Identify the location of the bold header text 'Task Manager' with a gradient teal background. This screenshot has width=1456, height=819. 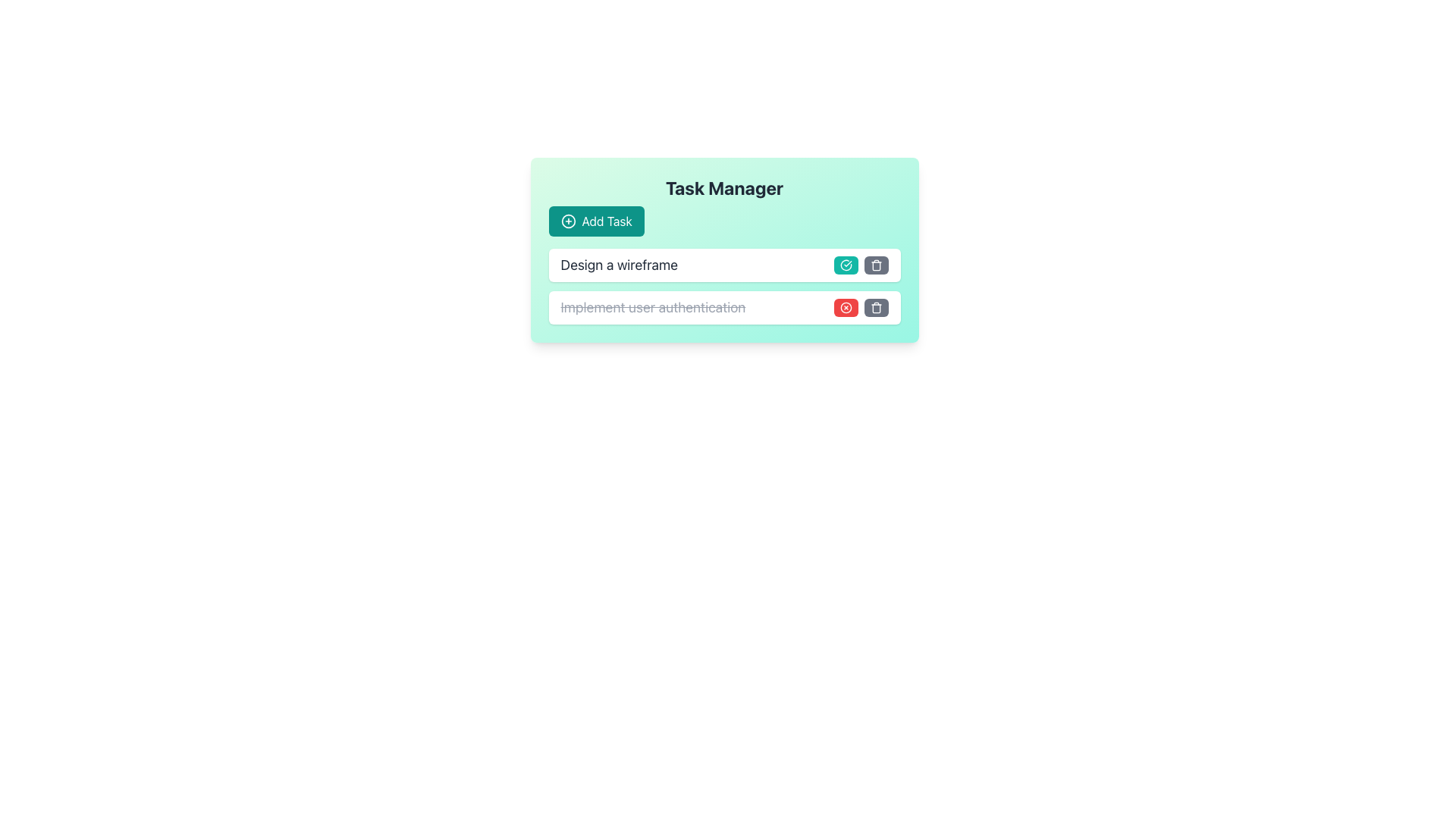
(723, 187).